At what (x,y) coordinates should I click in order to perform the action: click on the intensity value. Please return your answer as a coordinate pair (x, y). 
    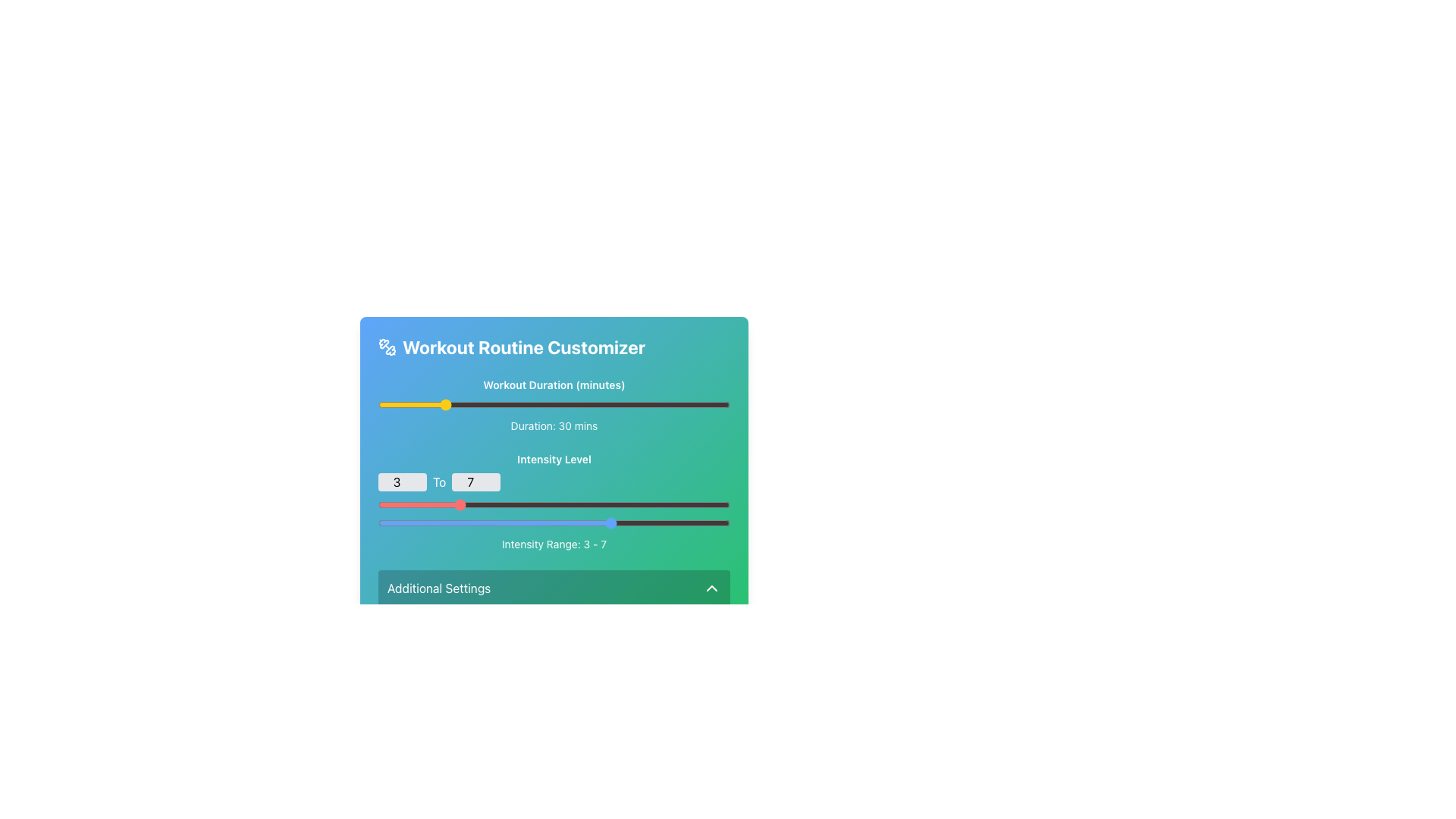
    Looking at the image, I should click on (573, 522).